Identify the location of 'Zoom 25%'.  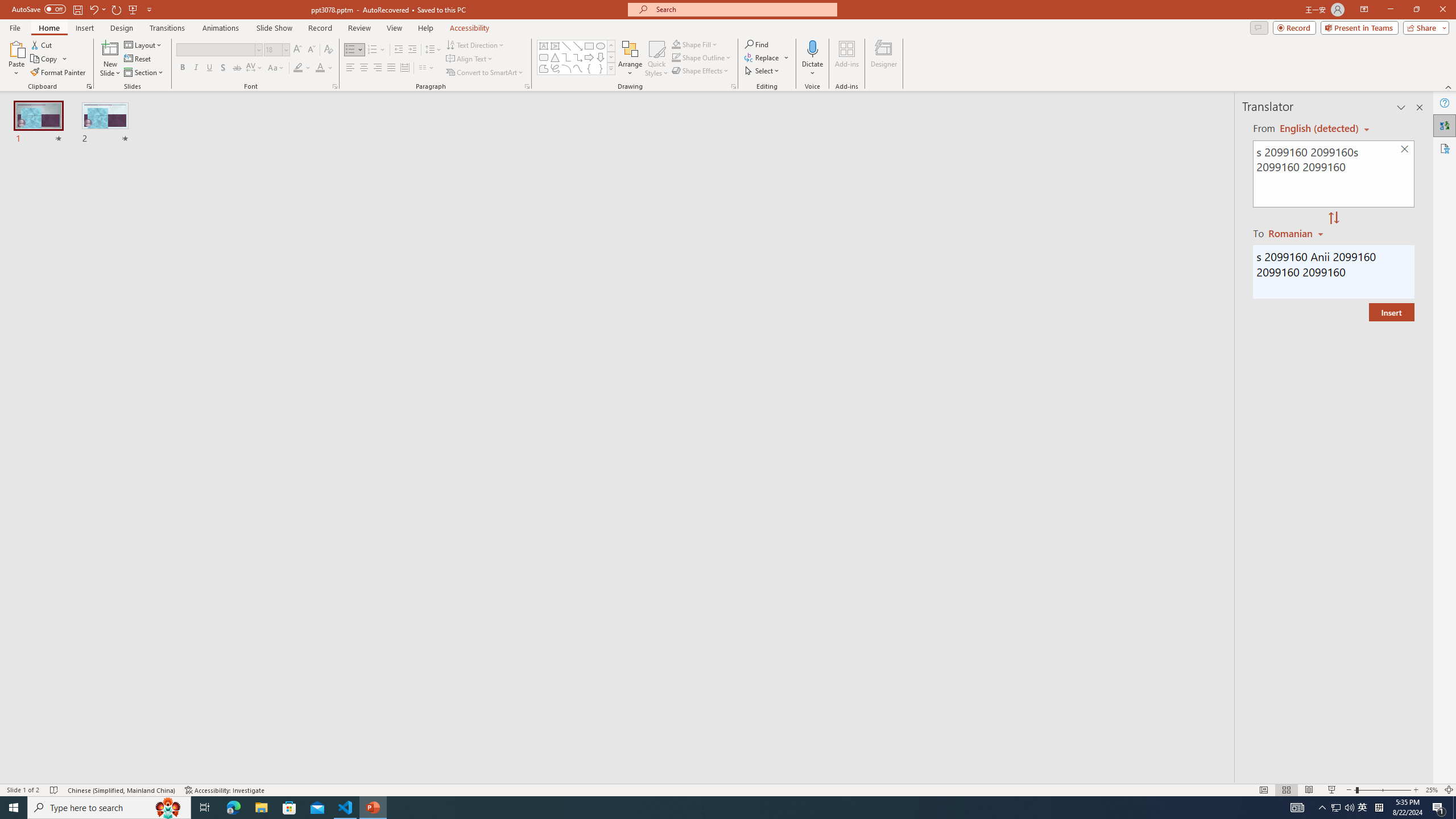
(1431, 790).